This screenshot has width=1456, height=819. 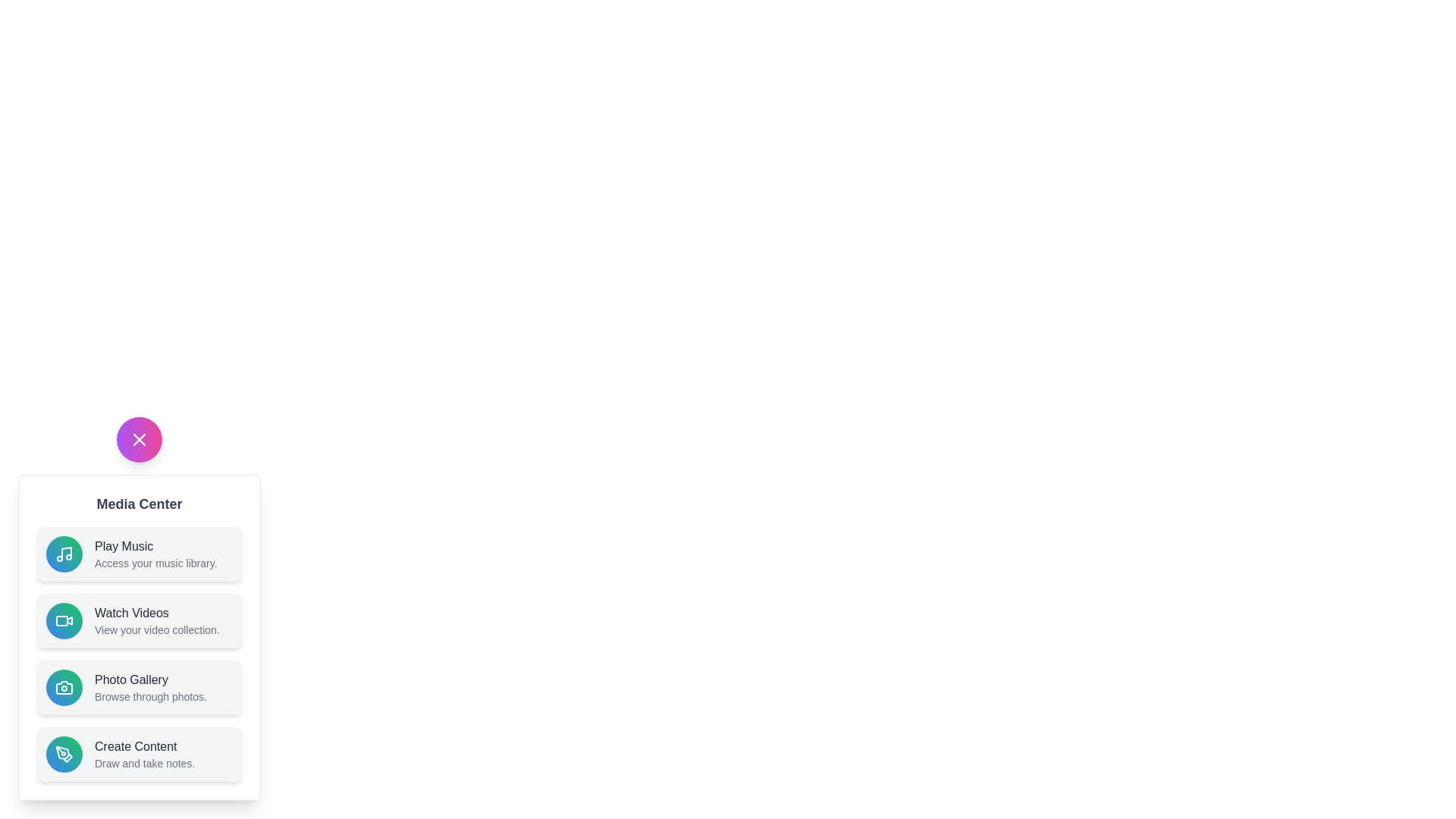 What do you see at coordinates (139, 755) in the screenshot?
I see `the 'Create Content' button to activate the drawing and note-taking feature` at bounding box center [139, 755].